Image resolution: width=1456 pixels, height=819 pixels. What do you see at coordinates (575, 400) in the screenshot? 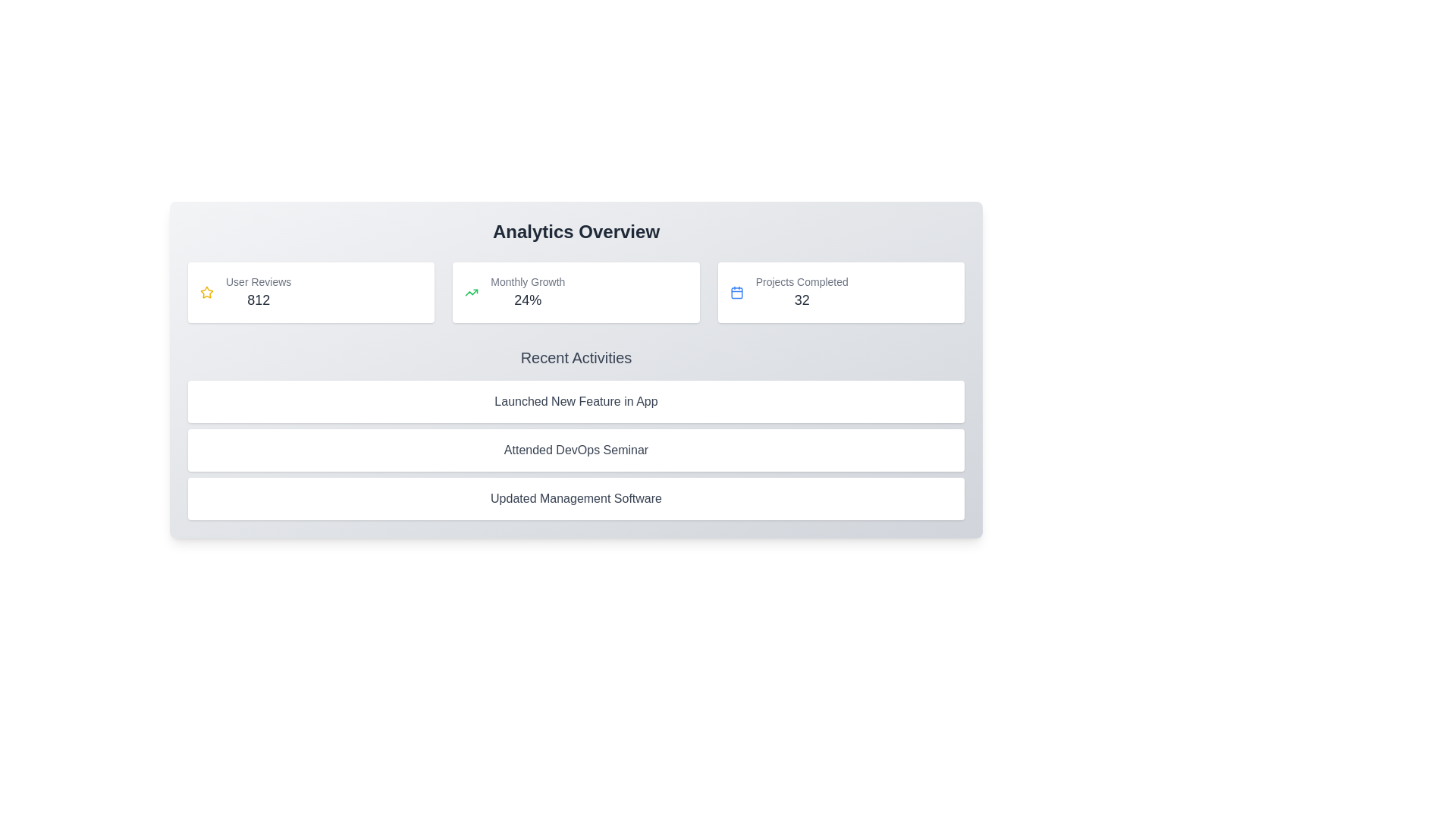
I see `the first Text card with the text 'Launched New Feature in App' located under the 'Recent Activities' section` at bounding box center [575, 400].